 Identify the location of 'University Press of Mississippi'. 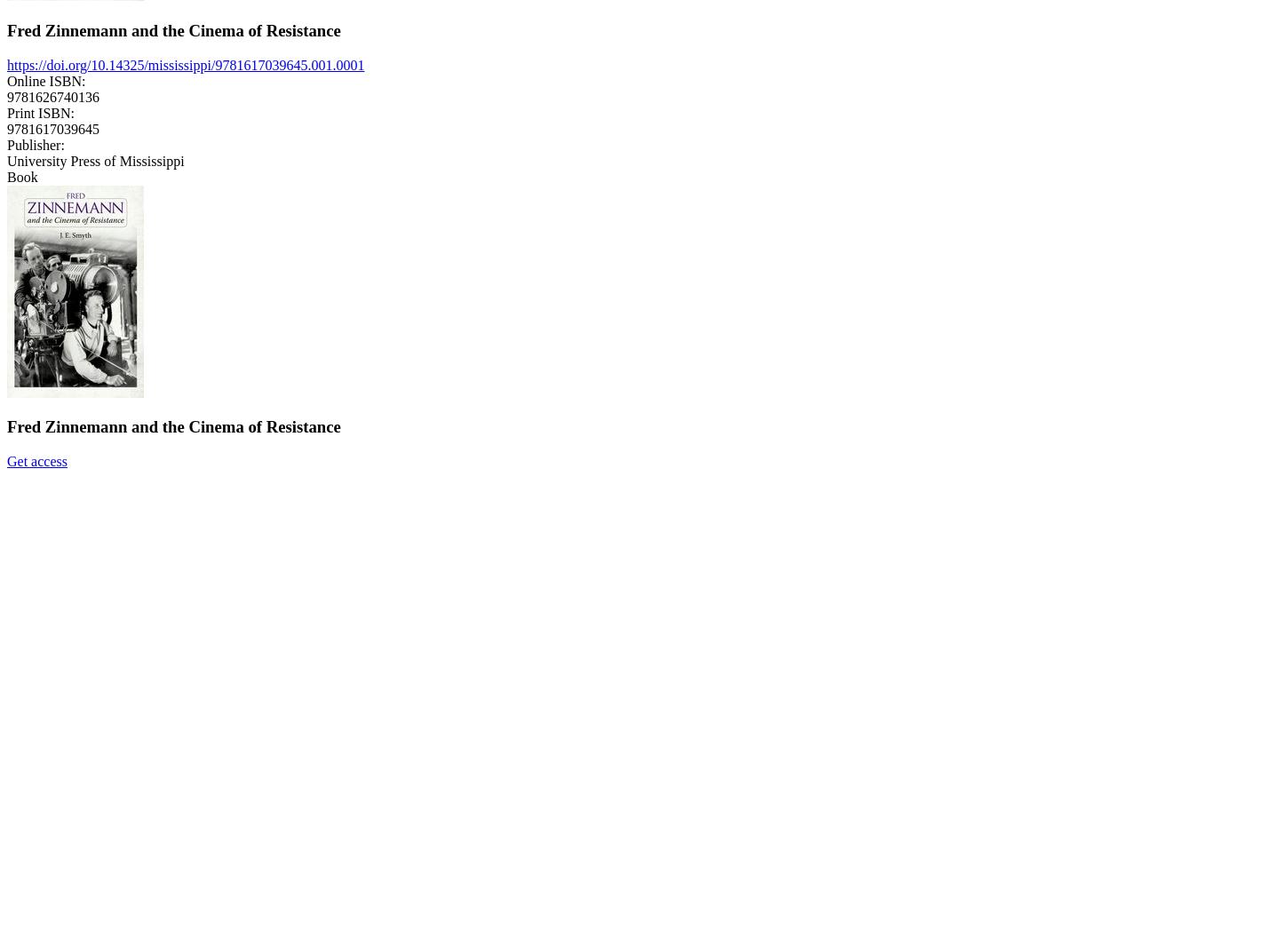
(95, 160).